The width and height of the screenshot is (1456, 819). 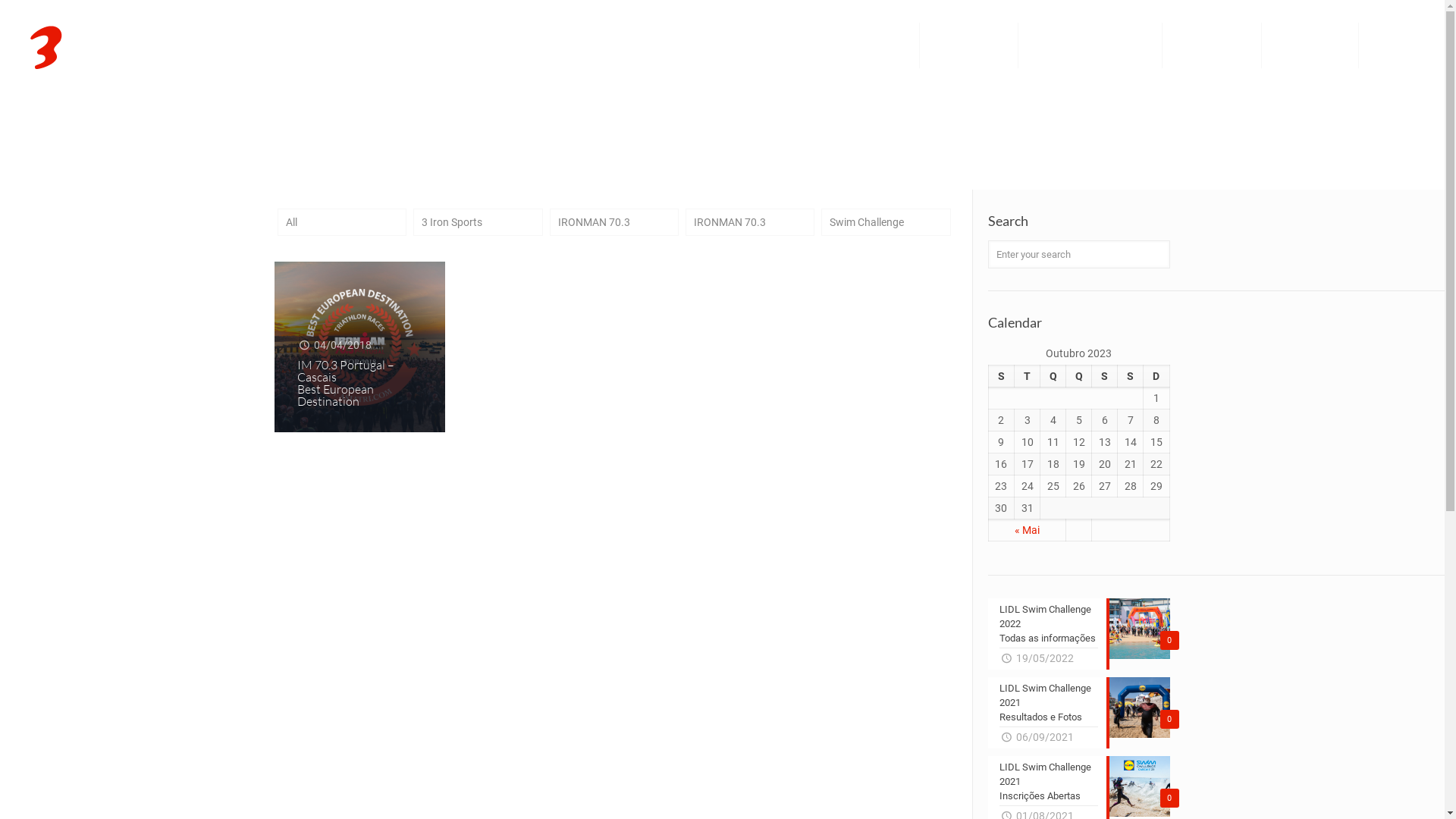 What do you see at coordinates (1310, 45) in the screenshot?
I see `'IRONMAN Cascais'` at bounding box center [1310, 45].